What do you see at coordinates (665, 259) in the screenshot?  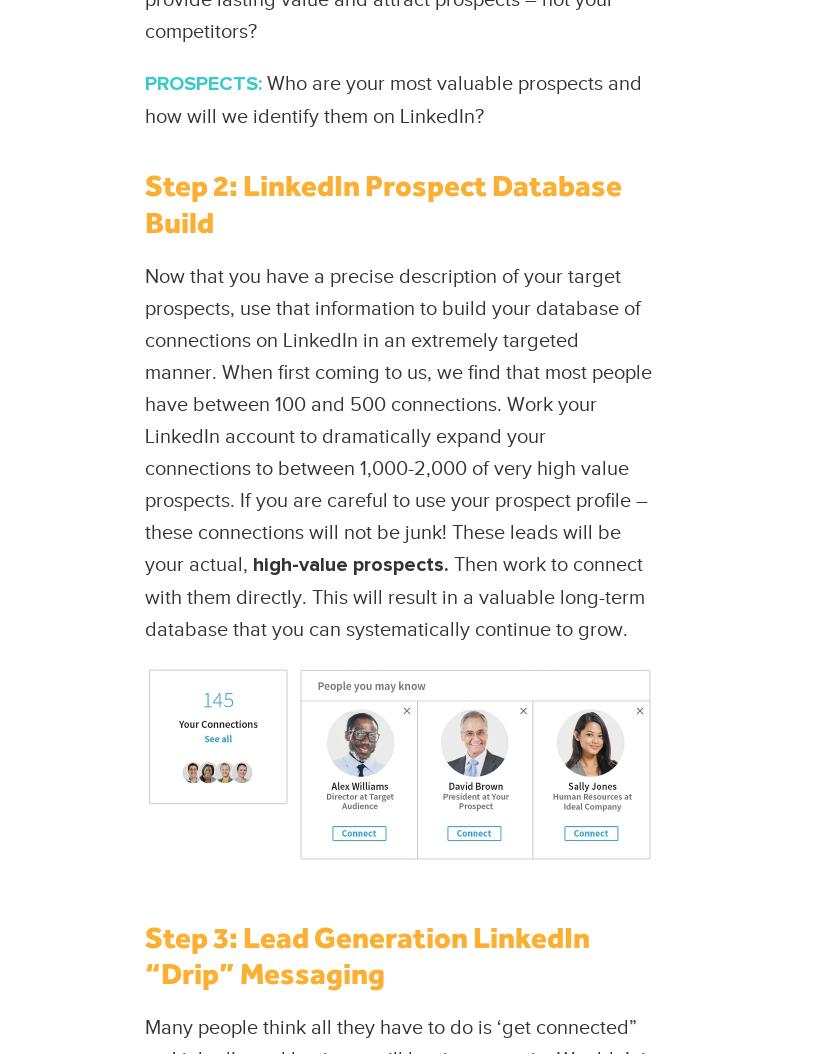 I see `'Contact Us'` at bounding box center [665, 259].